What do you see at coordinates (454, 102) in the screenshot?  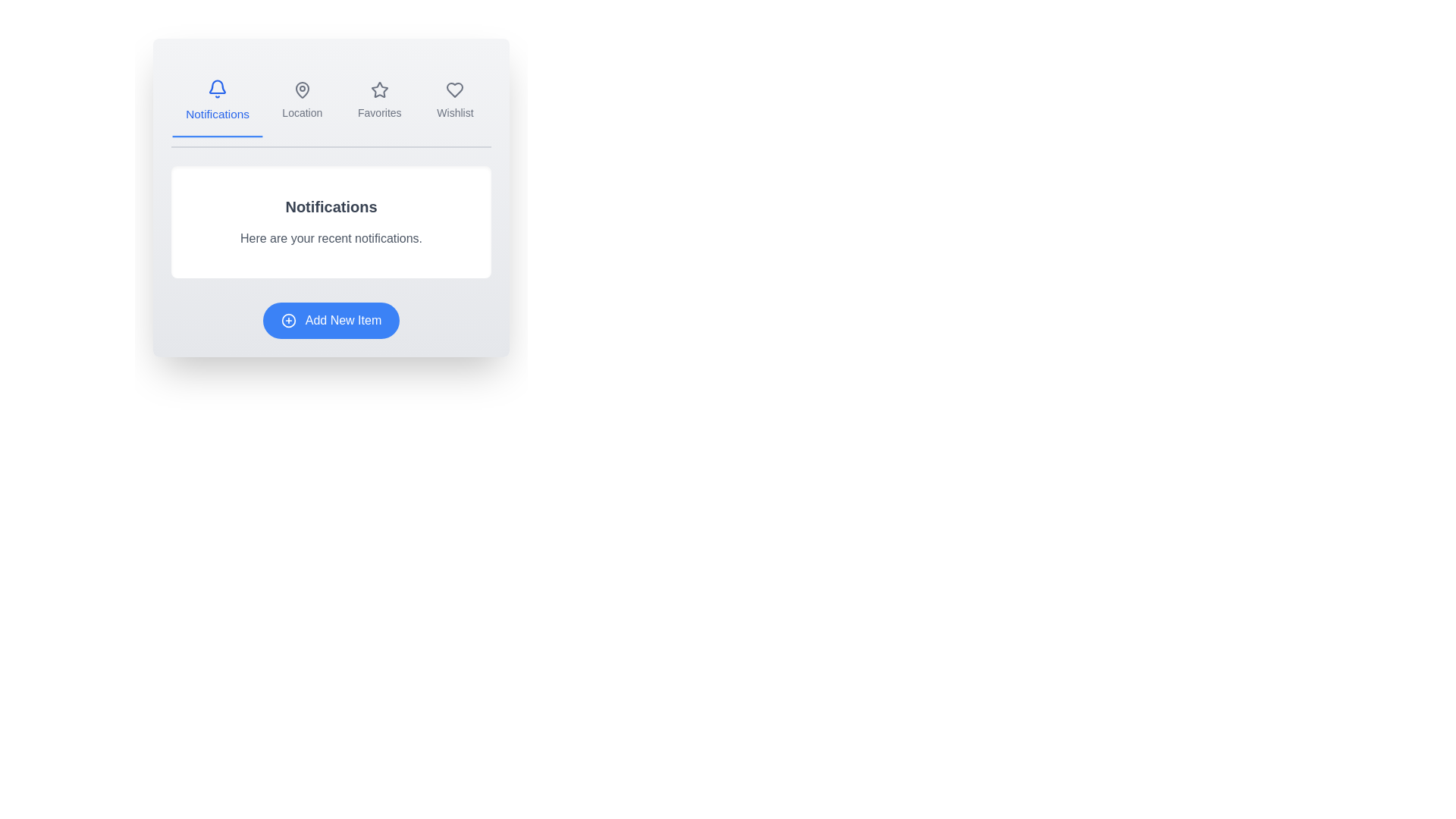 I see `the tab labeled Wishlist` at bounding box center [454, 102].